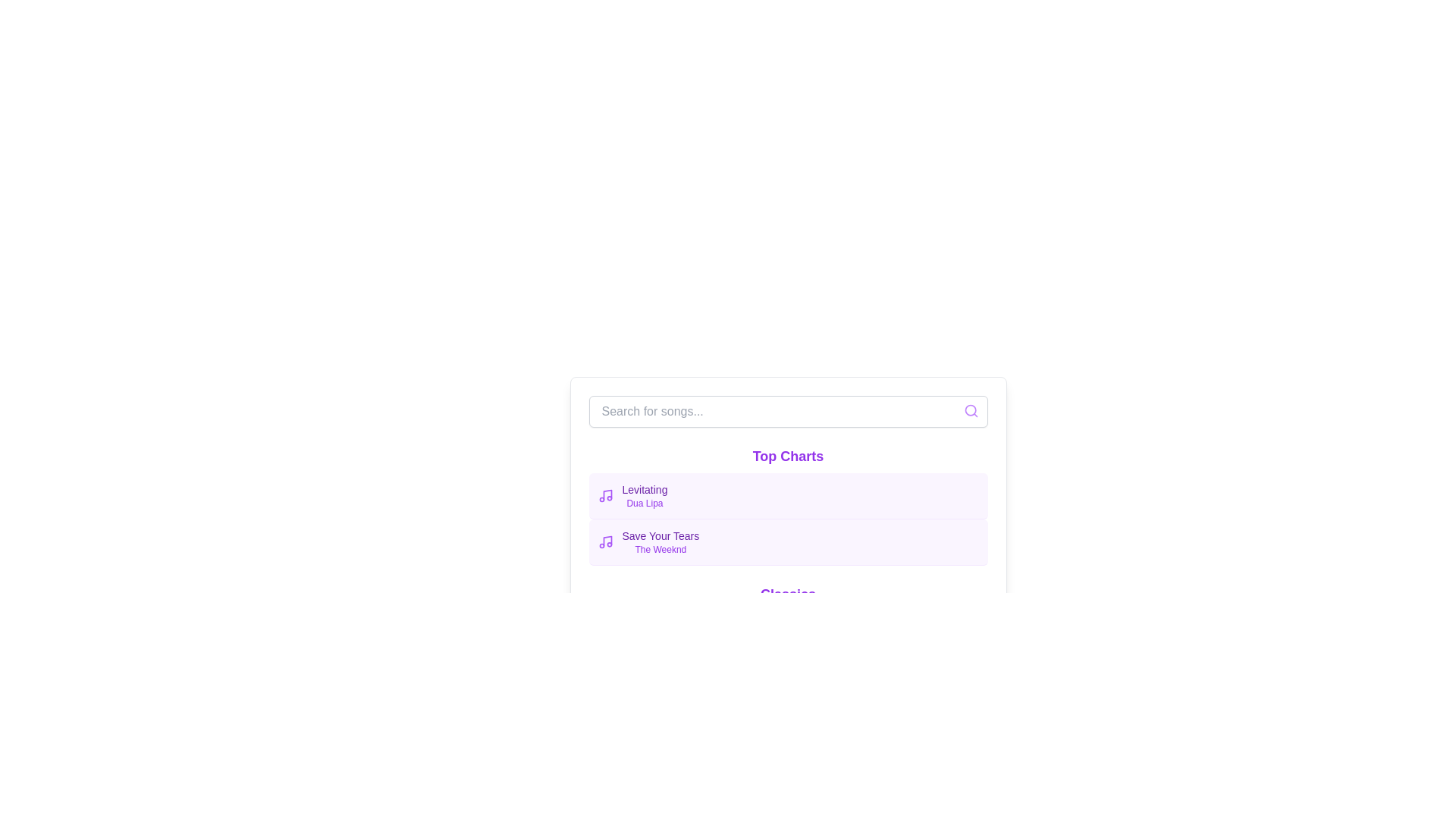  What do you see at coordinates (607, 494) in the screenshot?
I see `the musical icon associated with the text 'Levitating - Dua Lipa' in the 'Top Charts' section` at bounding box center [607, 494].